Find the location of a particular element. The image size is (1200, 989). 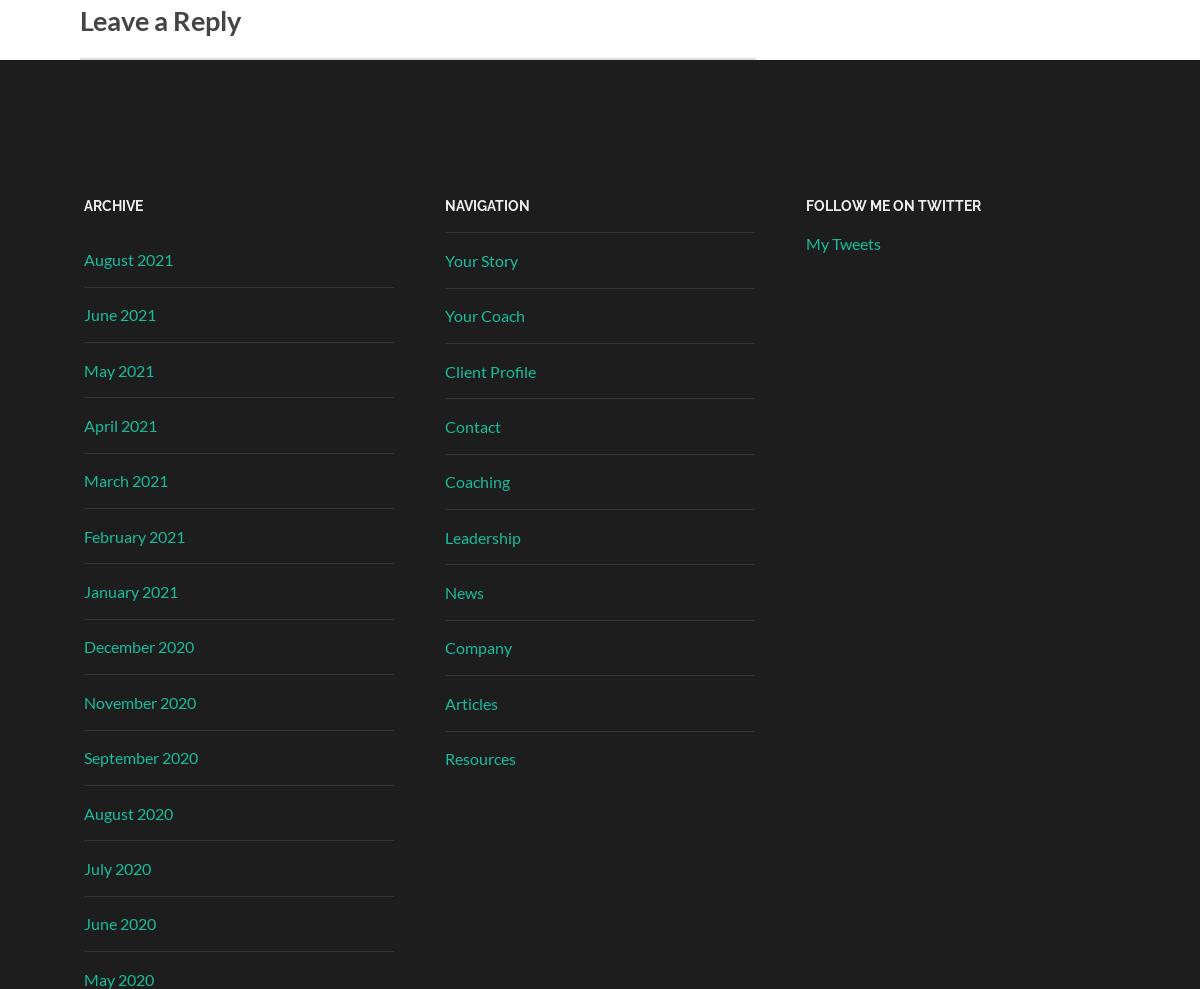

'November 2020' is located at coordinates (140, 700).